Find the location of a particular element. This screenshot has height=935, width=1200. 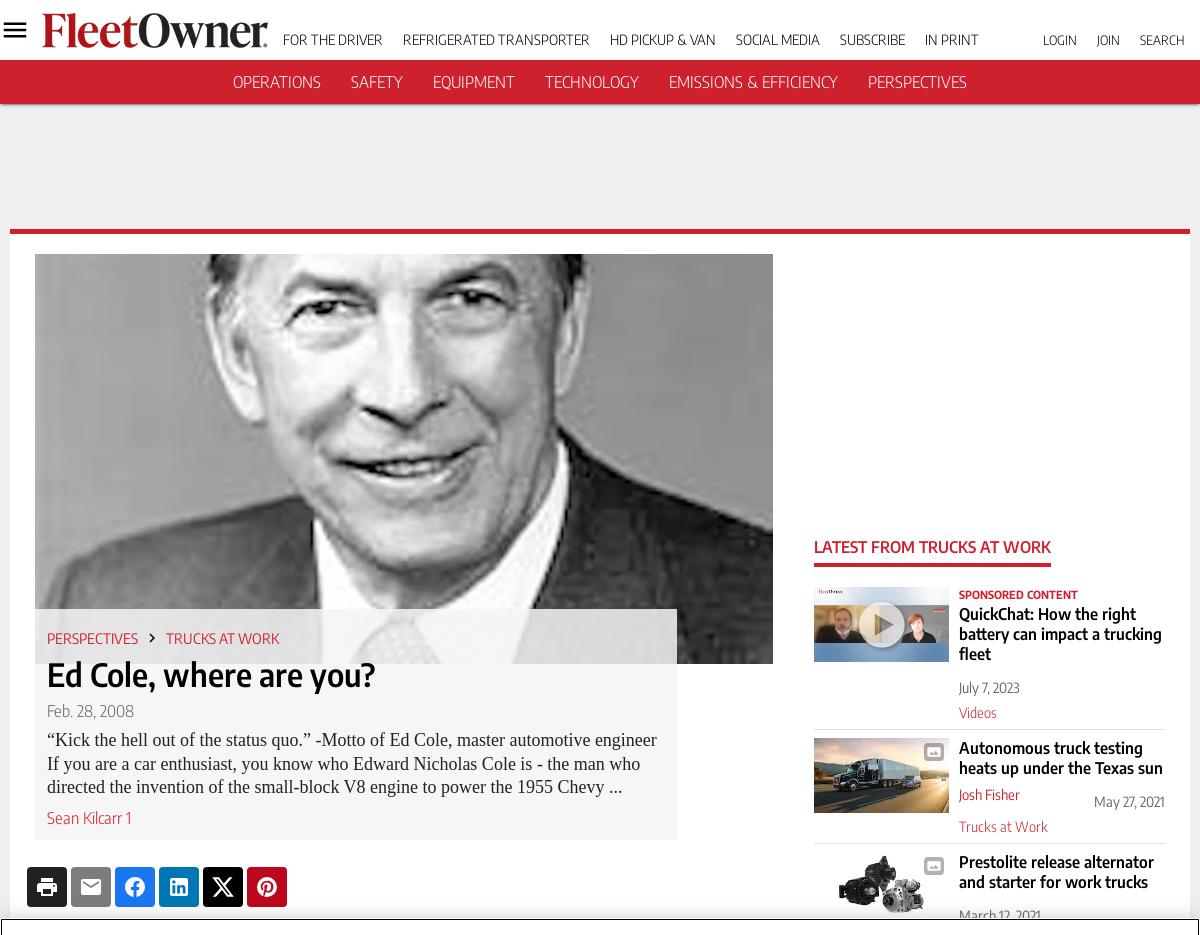

'Photo: Aurora' is located at coordinates (887, 752).